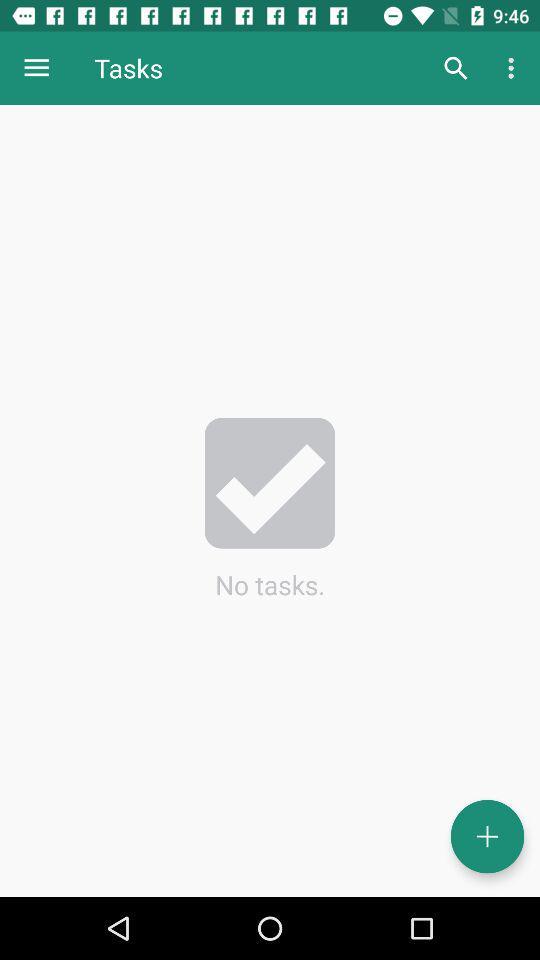  I want to click on icon below the no tasks., so click(486, 836).